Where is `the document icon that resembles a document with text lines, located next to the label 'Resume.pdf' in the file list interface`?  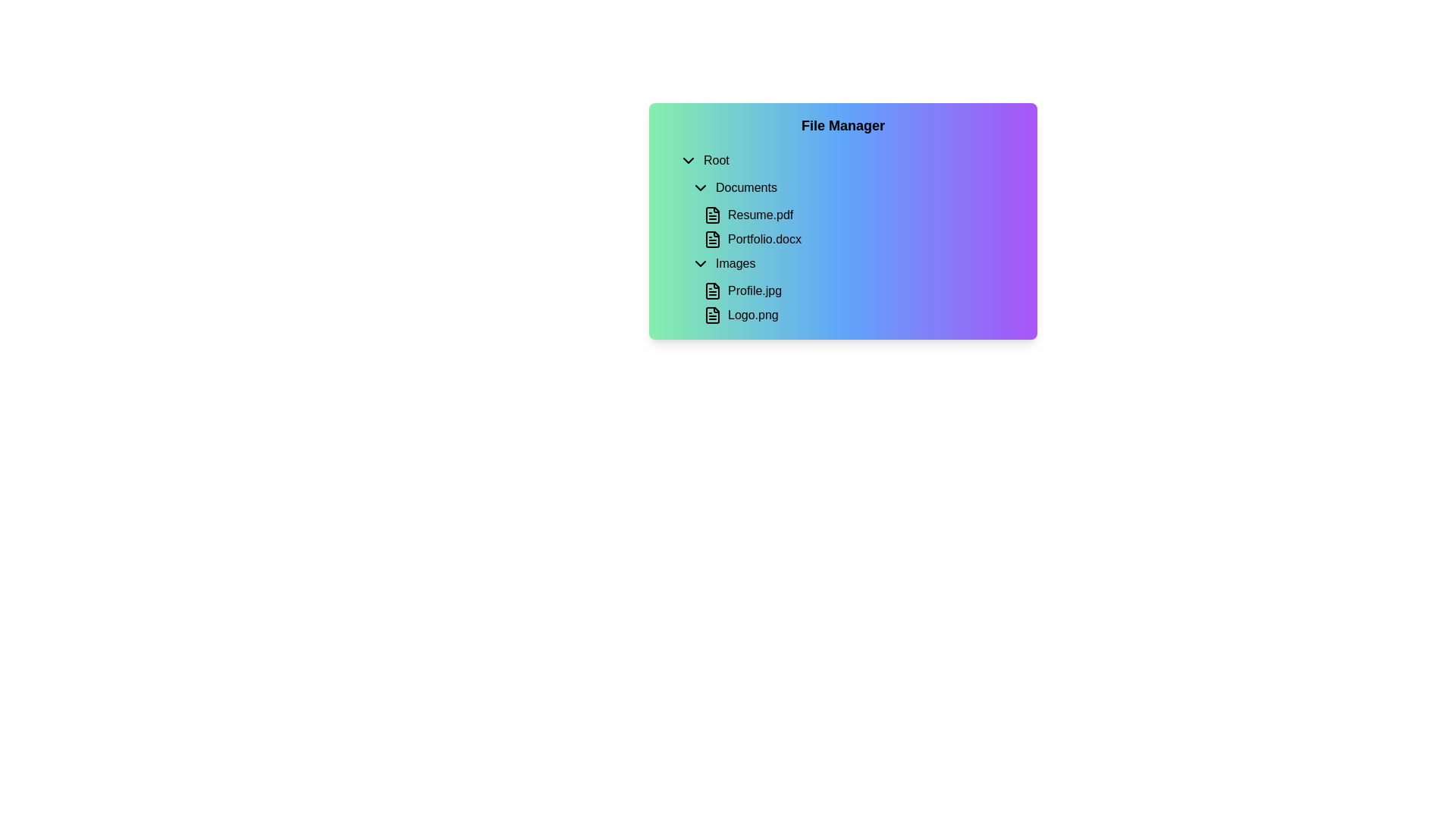 the document icon that resembles a document with text lines, located next to the label 'Resume.pdf' in the file list interface is located at coordinates (712, 215).